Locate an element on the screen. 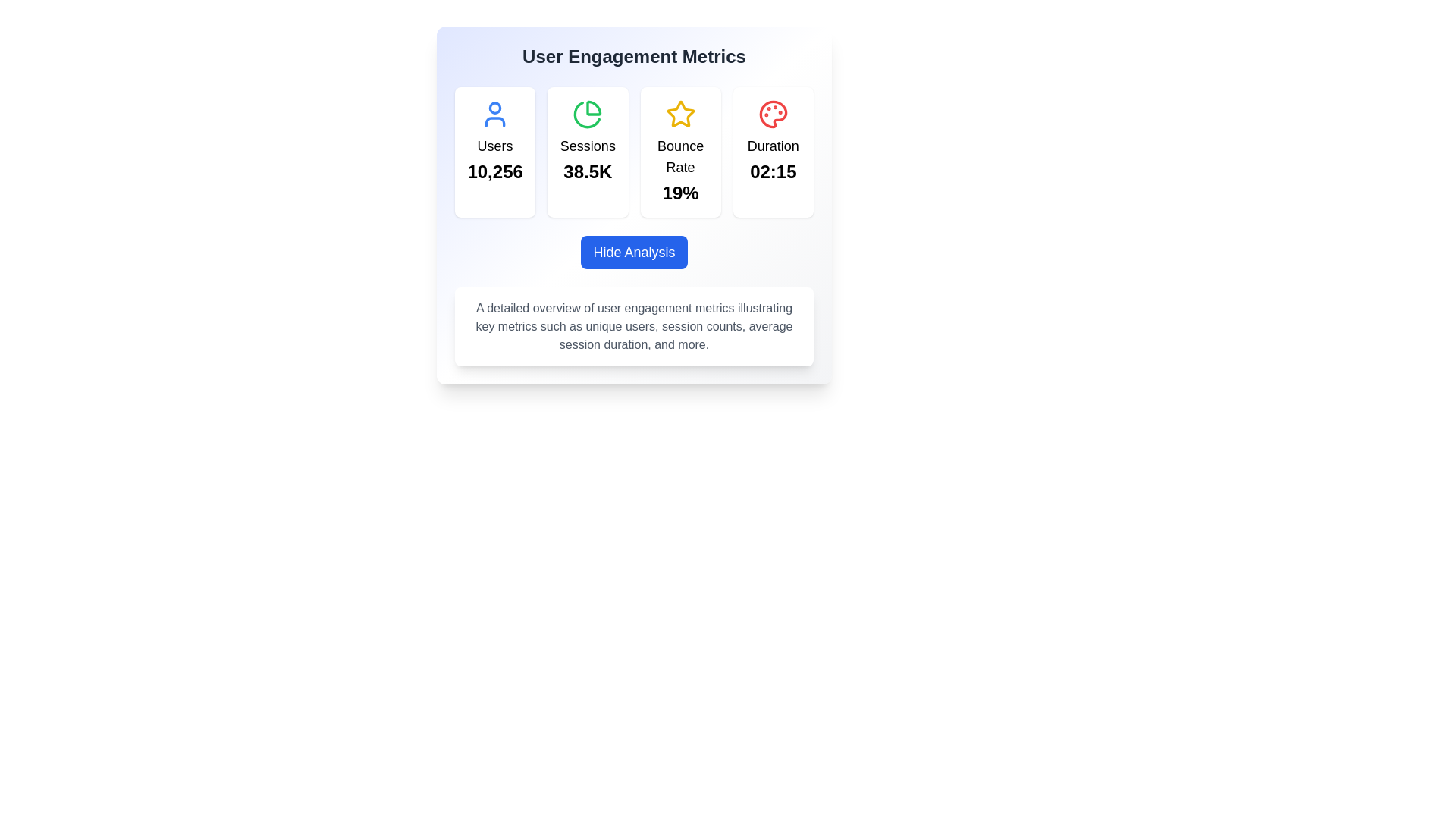  the text element displaying 'User Engagement Metrics' which is styled in bold and large dark gray font, located at the top center of the card layout is located at coordinates (634, 55).